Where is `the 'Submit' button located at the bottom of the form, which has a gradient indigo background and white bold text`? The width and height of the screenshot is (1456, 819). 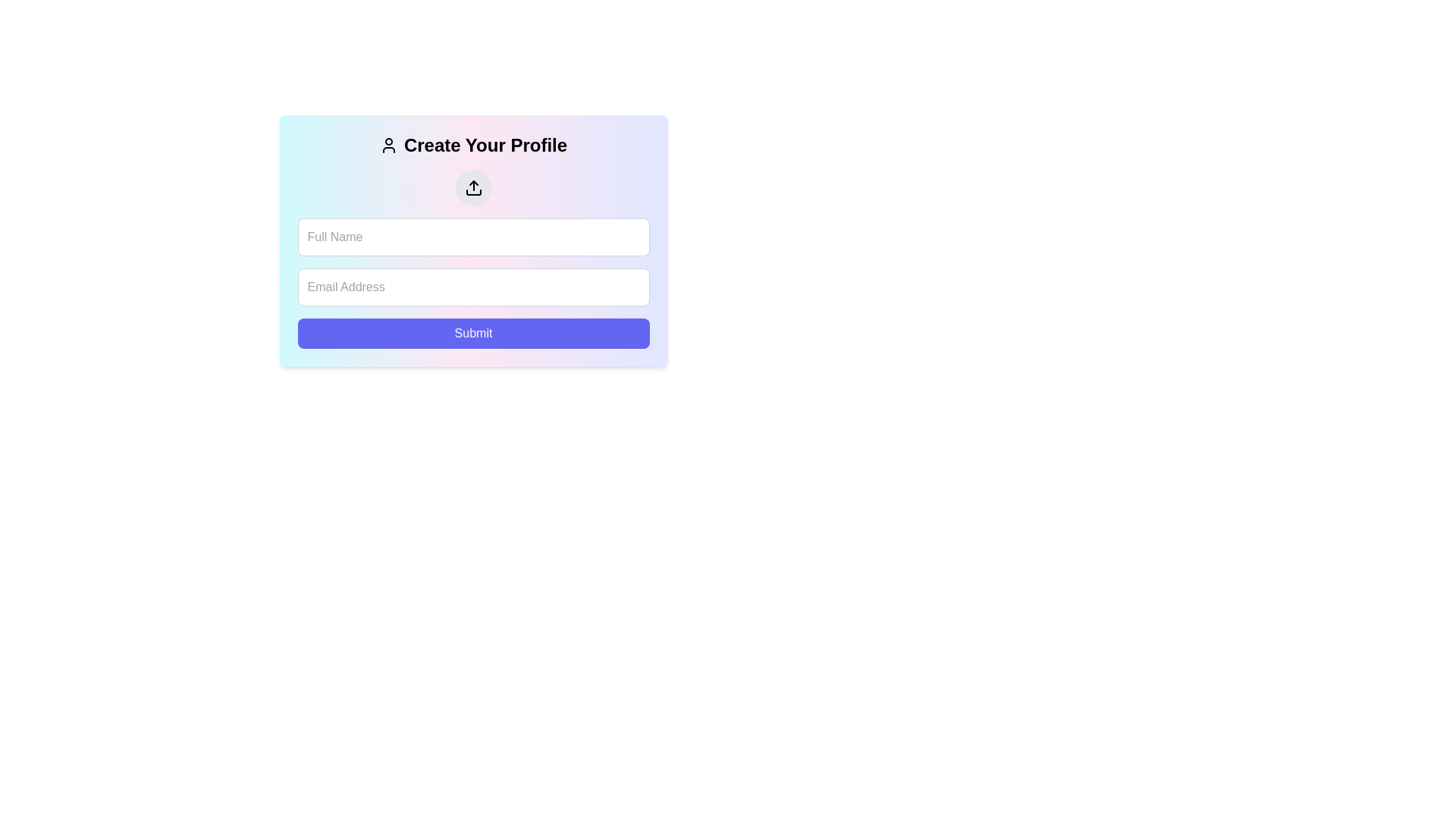
the 'Submit' button located at the bottom of the form, which has a gradient indigo background and white bold text is located at coordinates (472, 332).